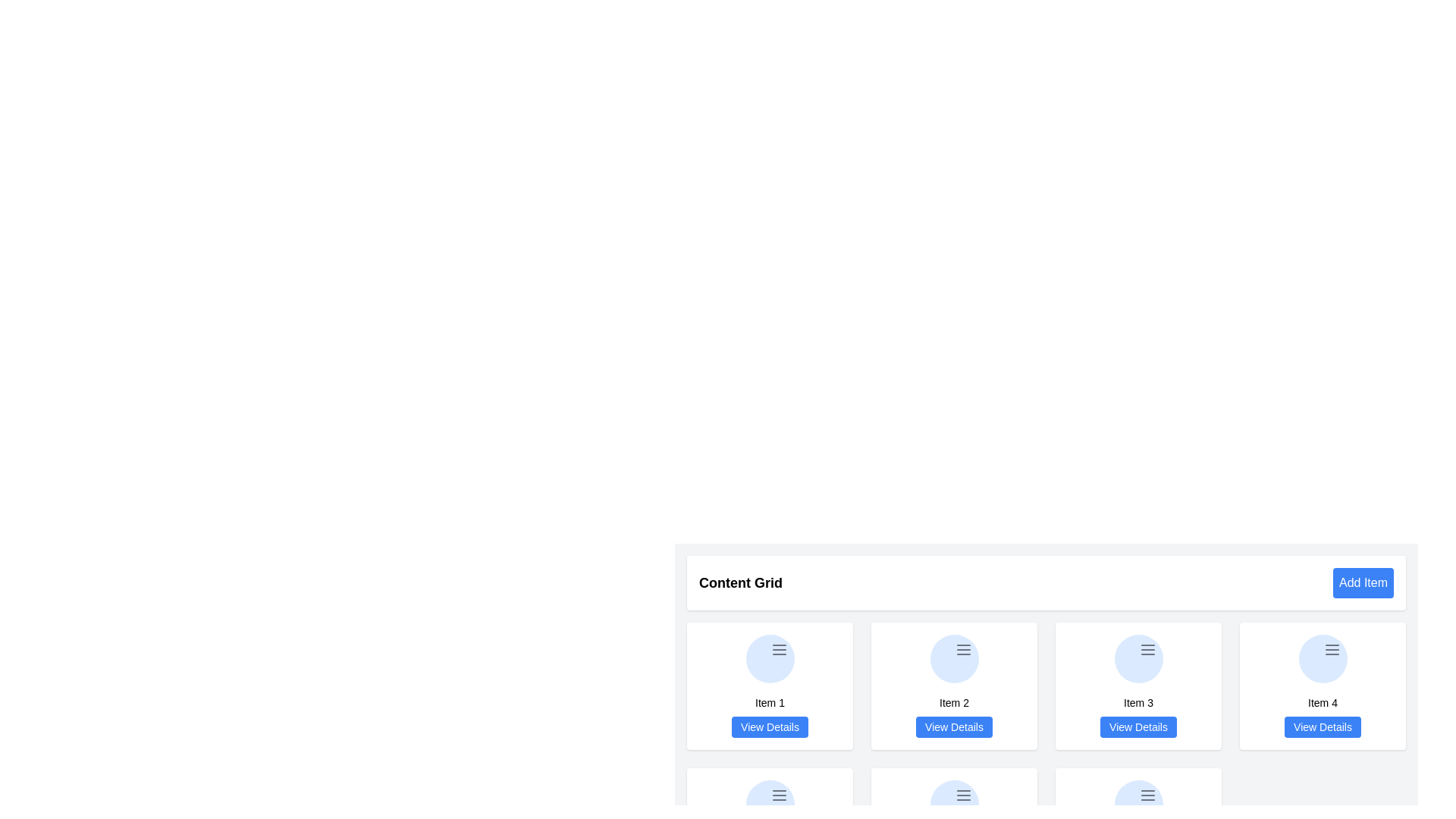 This screenshot has height=819, width=1456. What do you see at coordinates (1147, 795) in the screenshot?
I see `the three-horizontal-line icon representing a menu or options toggle in the third card of a four-card grid` at bounding box center [1147, 795].